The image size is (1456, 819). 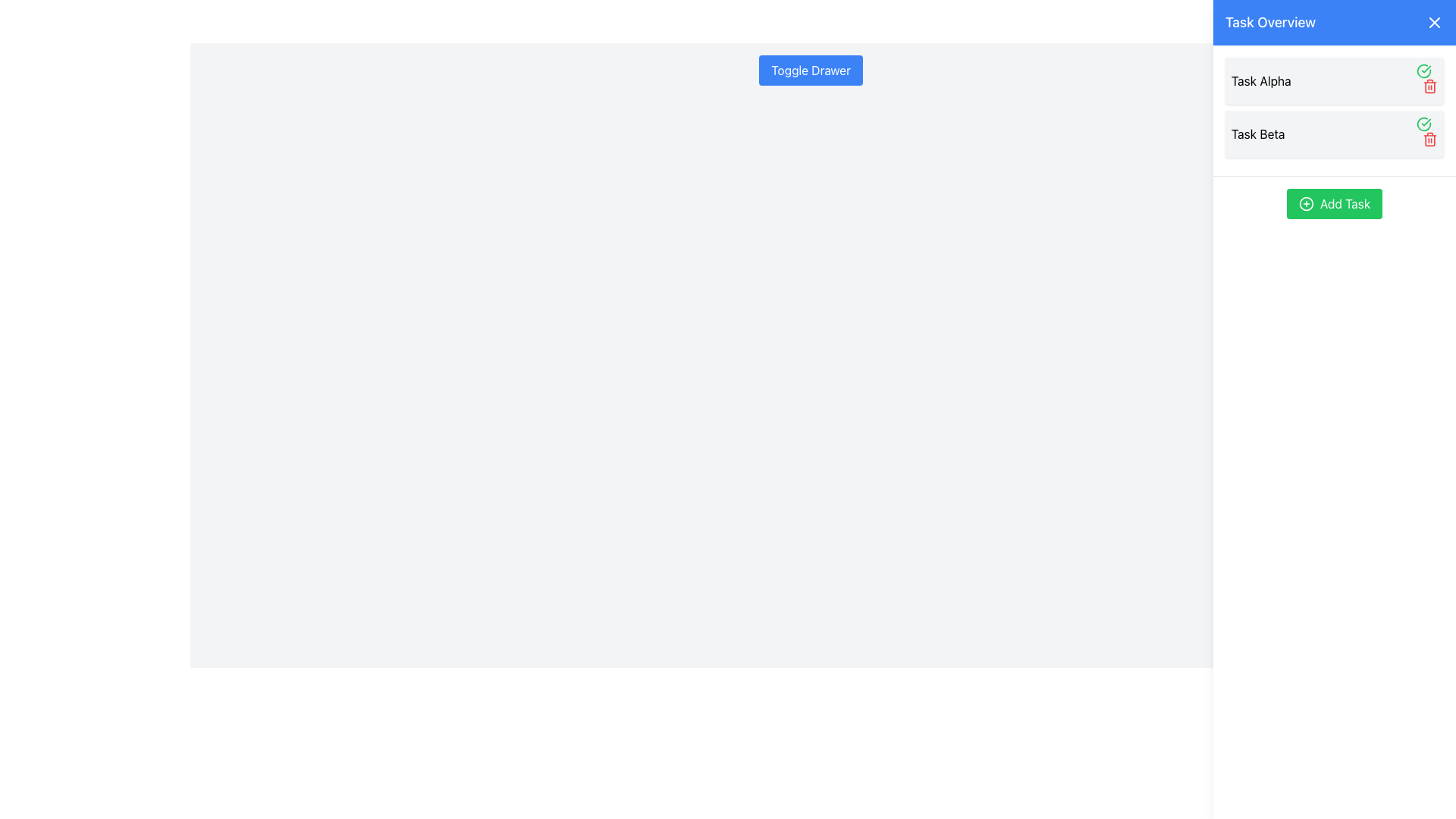 I want to click on the first textual label in the vertically arranged list of task items under the 'Task Overview' header in the right-side panel, so click(x=1261, y=81).